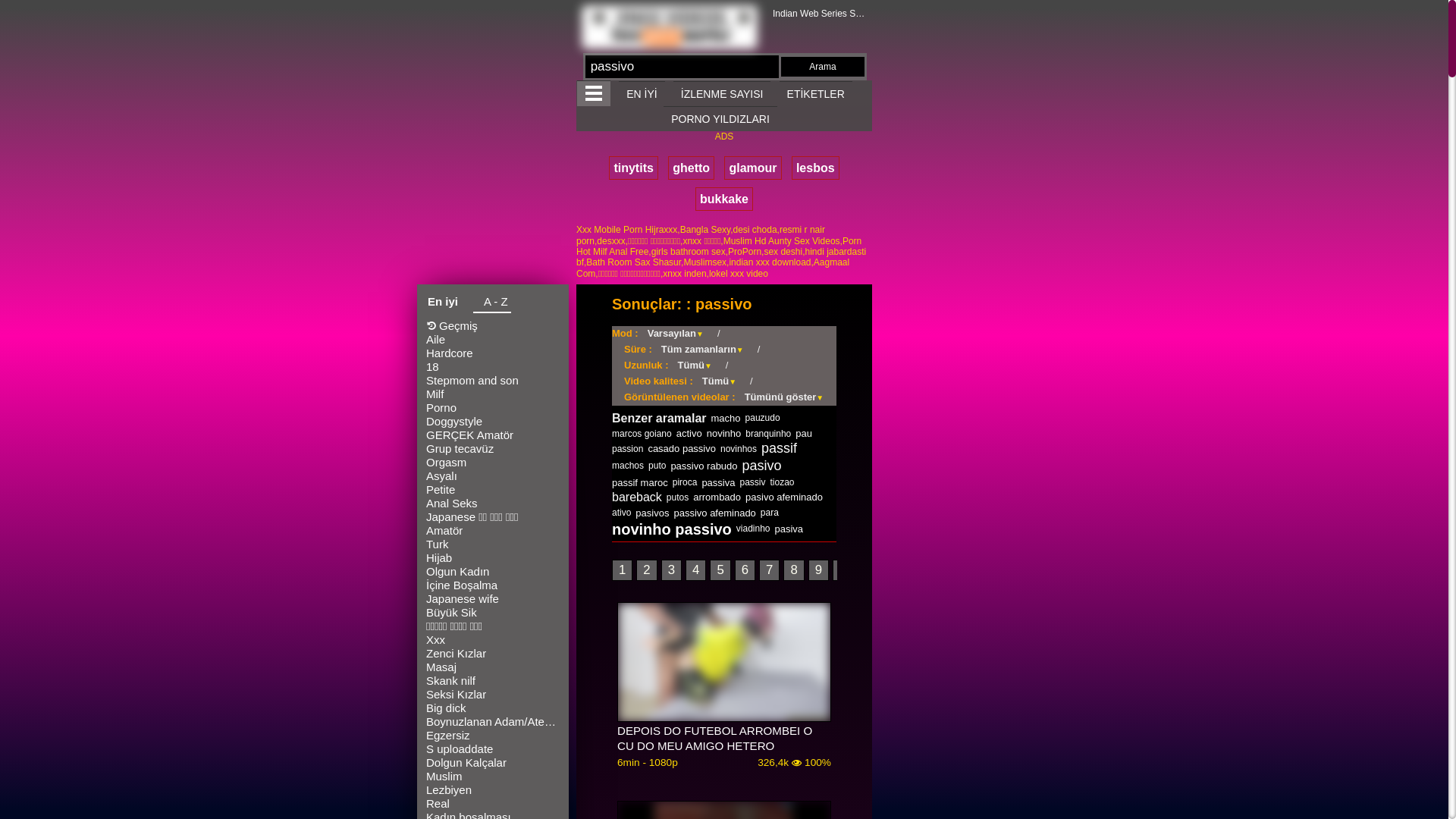 The image size is (1456, 819). Describe the element at coordinates (492, 338) in the screenshot. I see `'Aile'` at that location.